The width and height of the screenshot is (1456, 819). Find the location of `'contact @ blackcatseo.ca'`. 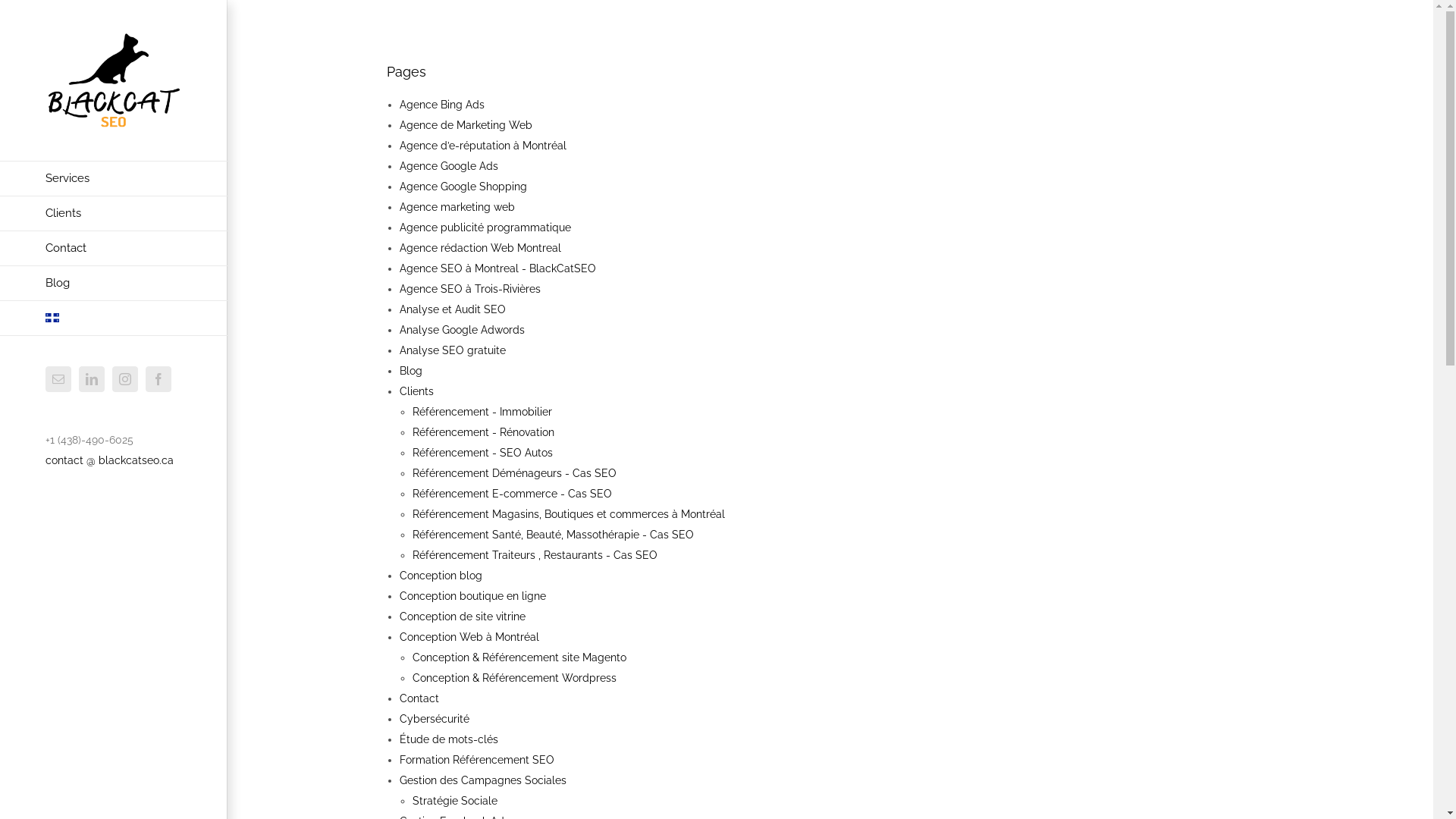

'contact @ blackcatseo.ca' is located at coordinates (108, 459).